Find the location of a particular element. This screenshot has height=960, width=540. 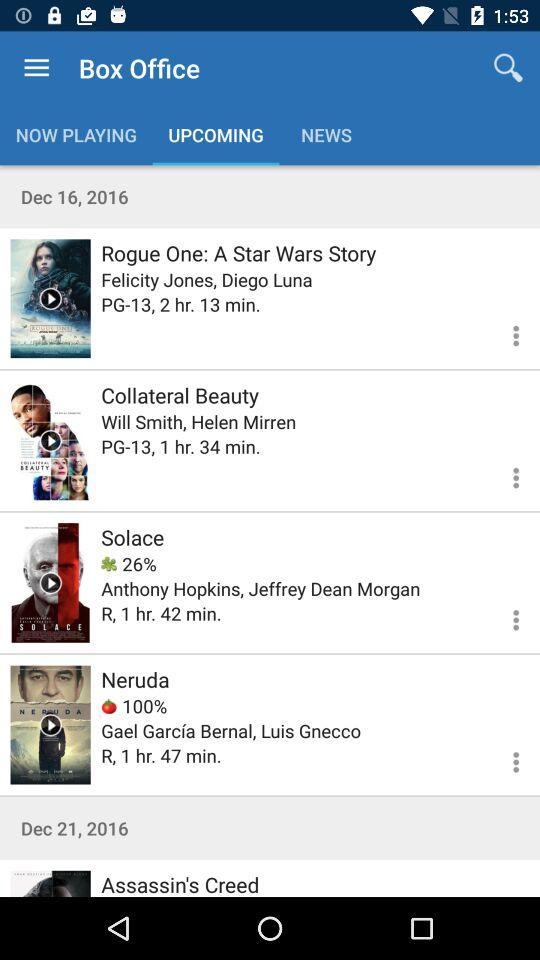

icon above the pg 13 2 icon is located at coordinates (205, 278).